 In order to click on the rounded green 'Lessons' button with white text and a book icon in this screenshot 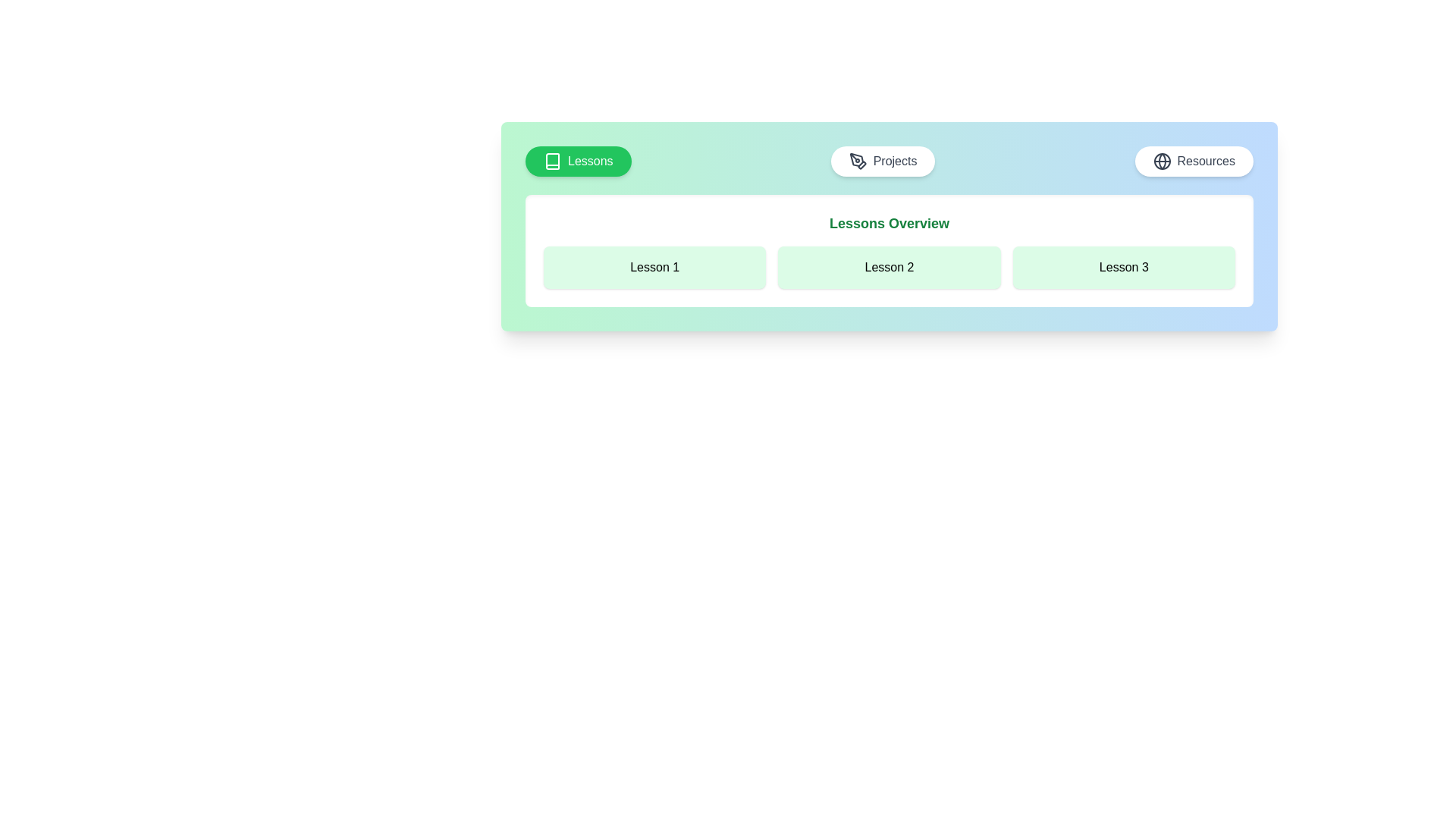, I will do `click(577, 161)`.